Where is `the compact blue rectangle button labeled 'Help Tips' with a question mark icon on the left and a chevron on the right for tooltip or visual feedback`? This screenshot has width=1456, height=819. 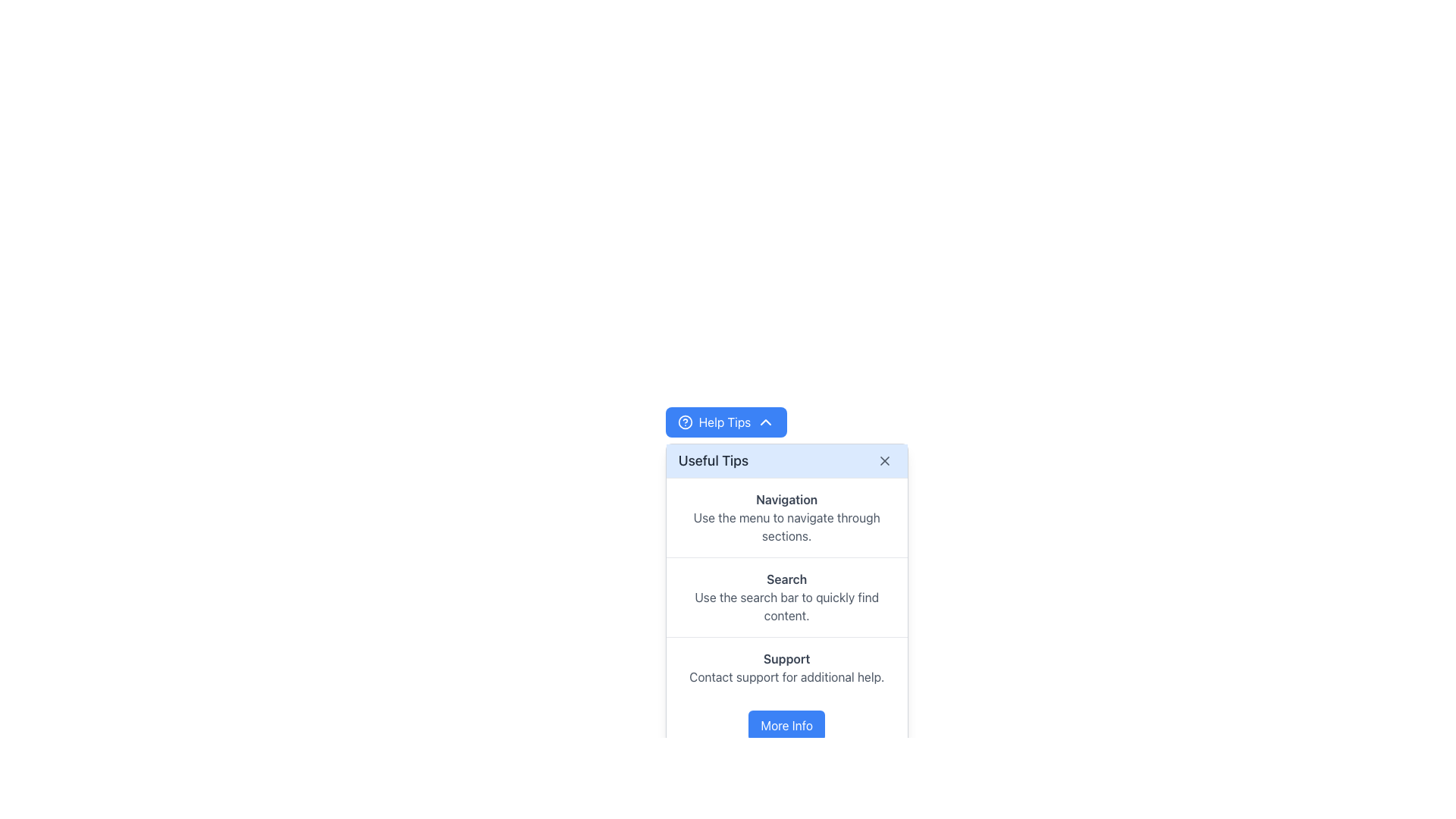
the compact blue rectangle button labeled 'Help Tips' with a question mark icon on the left and a chevron on the right for tooltip or visual feedback is located at coordinates (726, 422).